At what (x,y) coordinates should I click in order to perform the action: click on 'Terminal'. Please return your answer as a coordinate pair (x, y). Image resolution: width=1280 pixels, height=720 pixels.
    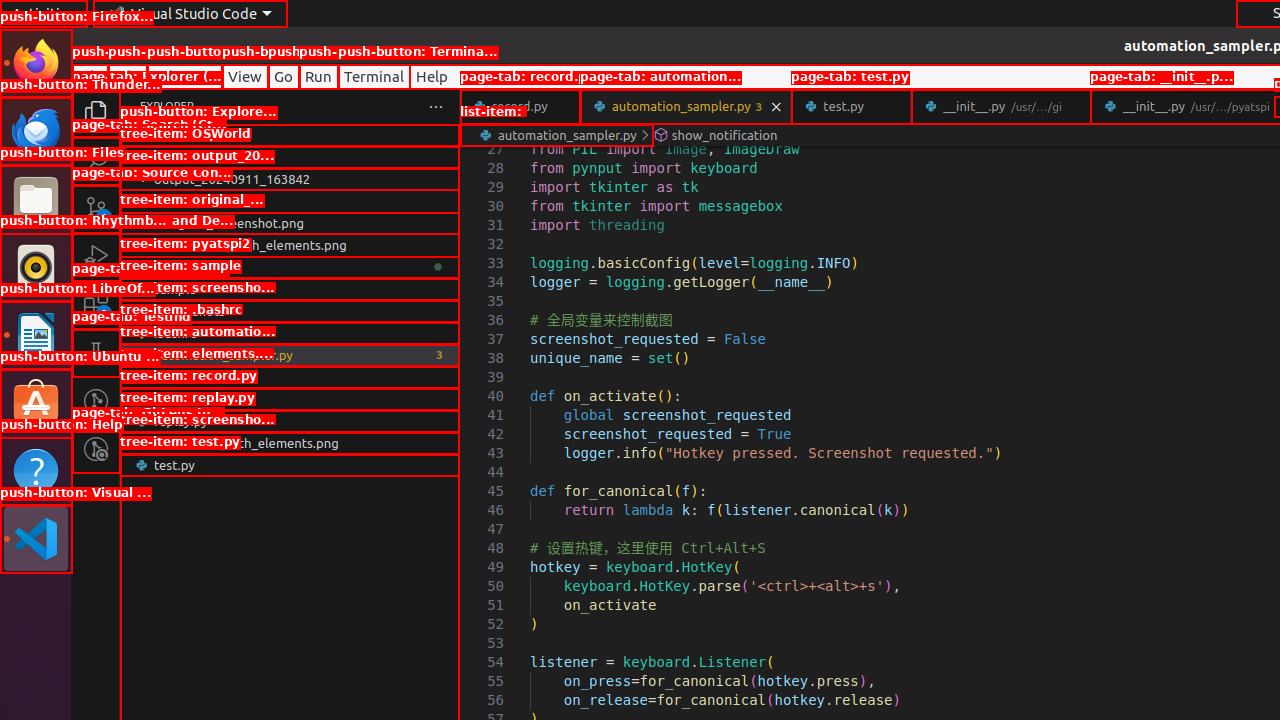
    Looking at the image, I should click on (374, 75).